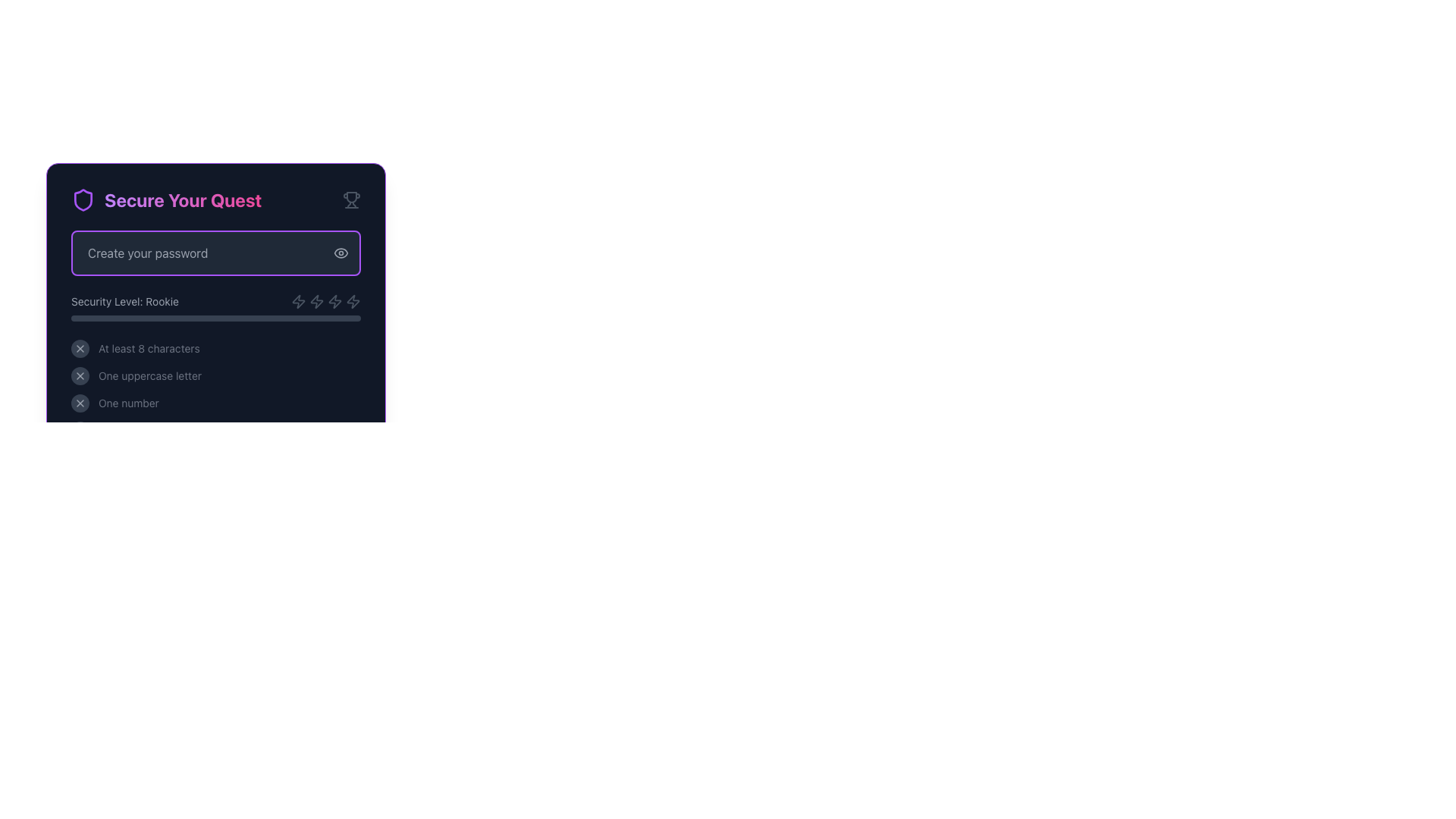  Describe the element at coordinates (334, 301) in the screenshot. I see `the lightning bolt icon with a gray stroke color` at that location.